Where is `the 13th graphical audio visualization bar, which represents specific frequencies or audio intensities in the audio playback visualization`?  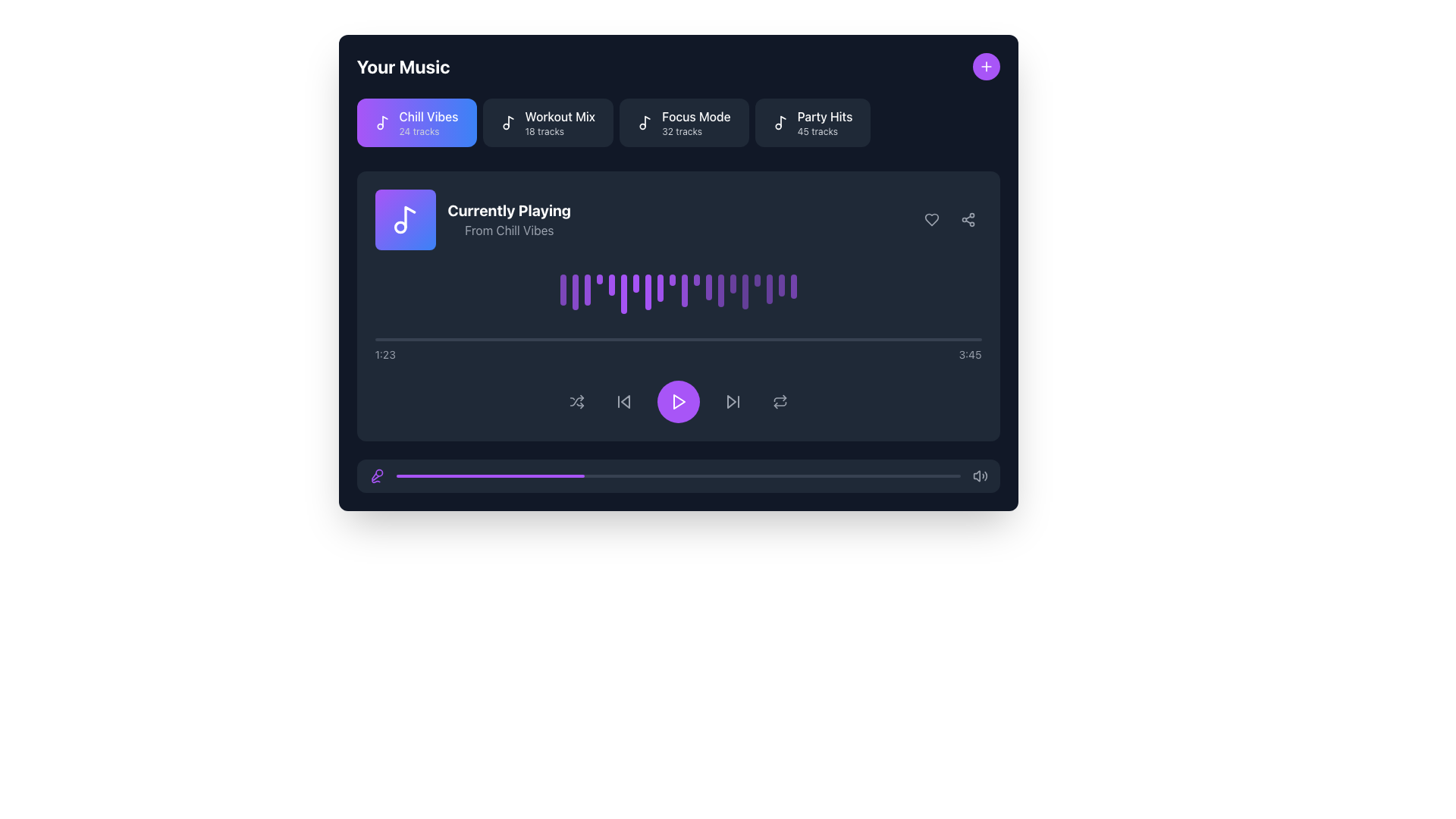
the 13th graphical audio visualization bar, which represents specific frequencies or audio intensities in the audio playback visualization is located at coordinates (708, 287).